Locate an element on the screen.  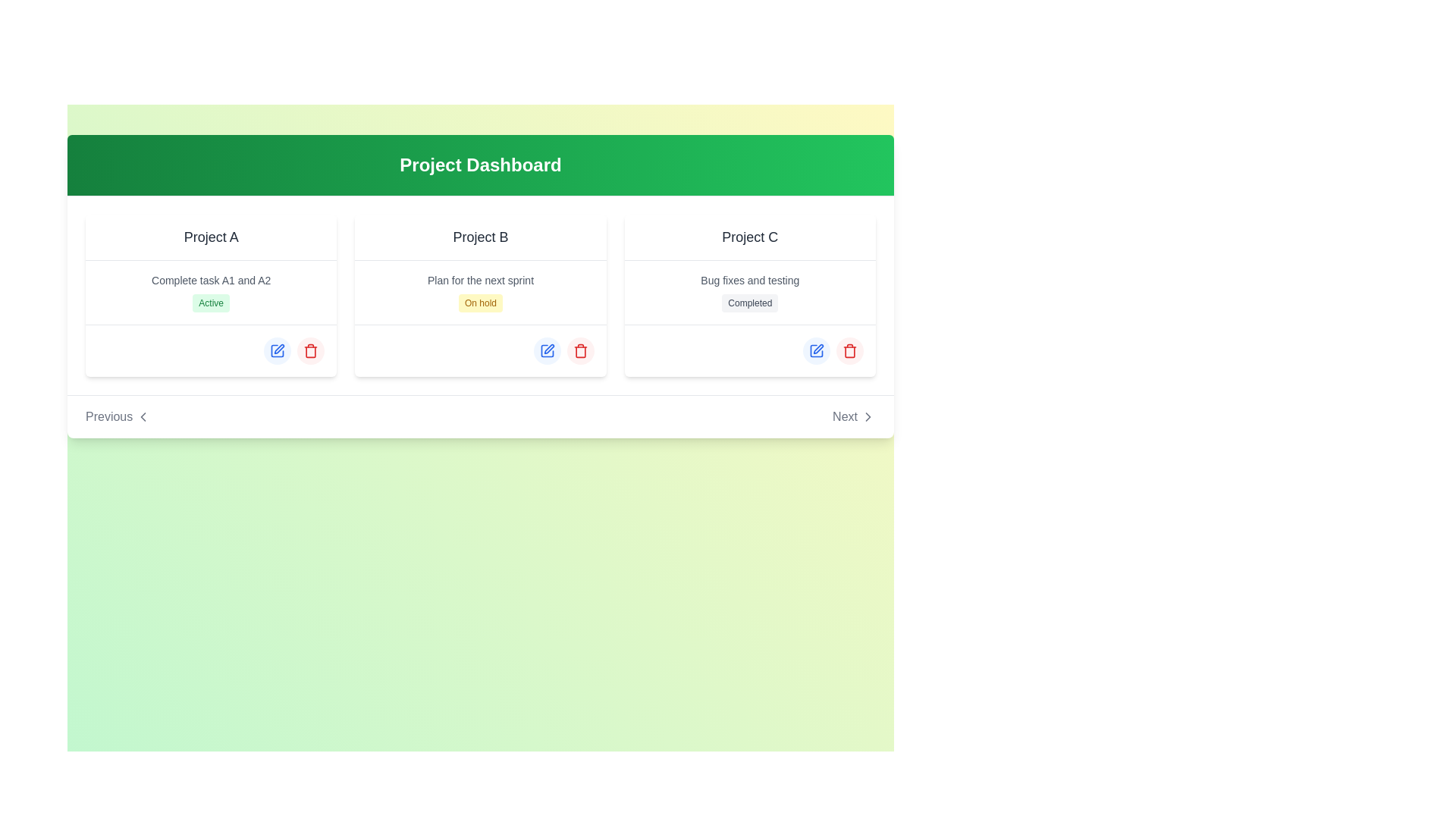
the Status Badge indicating the active status of 'Project A', located below the text 'Complete task A1 and A2' and above the blue and red buttons is located at coordinates (210, 295).